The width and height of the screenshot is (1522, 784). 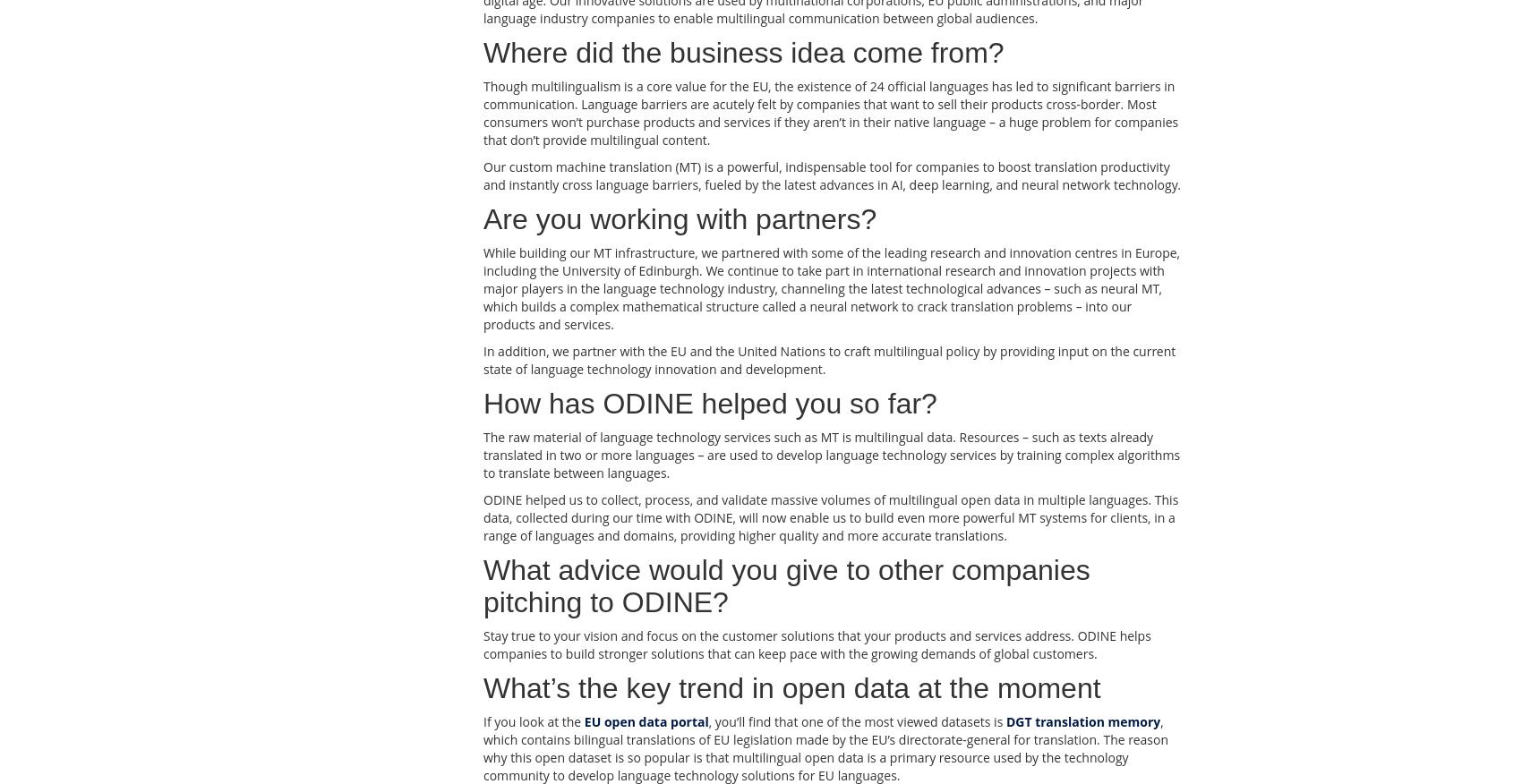 I want to click on 'If you look at the', so click(x=532, y=720).